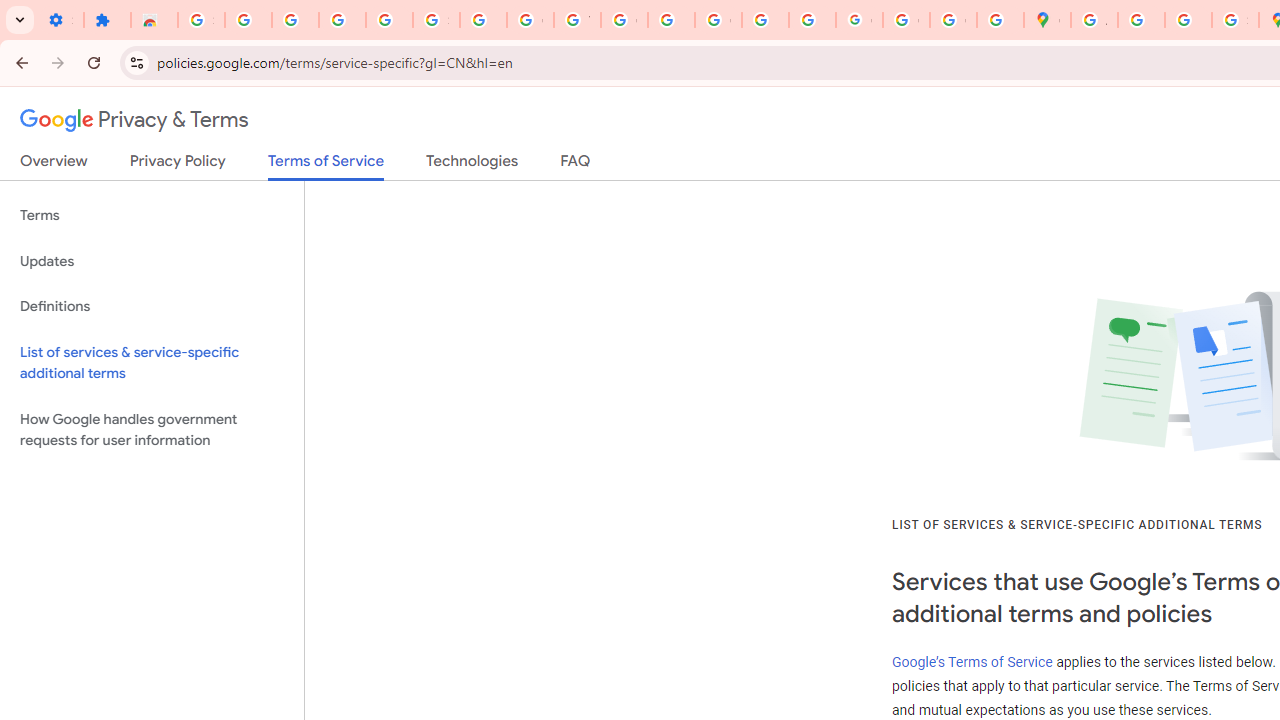 The image size is (1280, 720). What do you see at coordinates (60, 20) in the screenshot?
I see `'Settings - On startup'` at bounding box center [60, 20].